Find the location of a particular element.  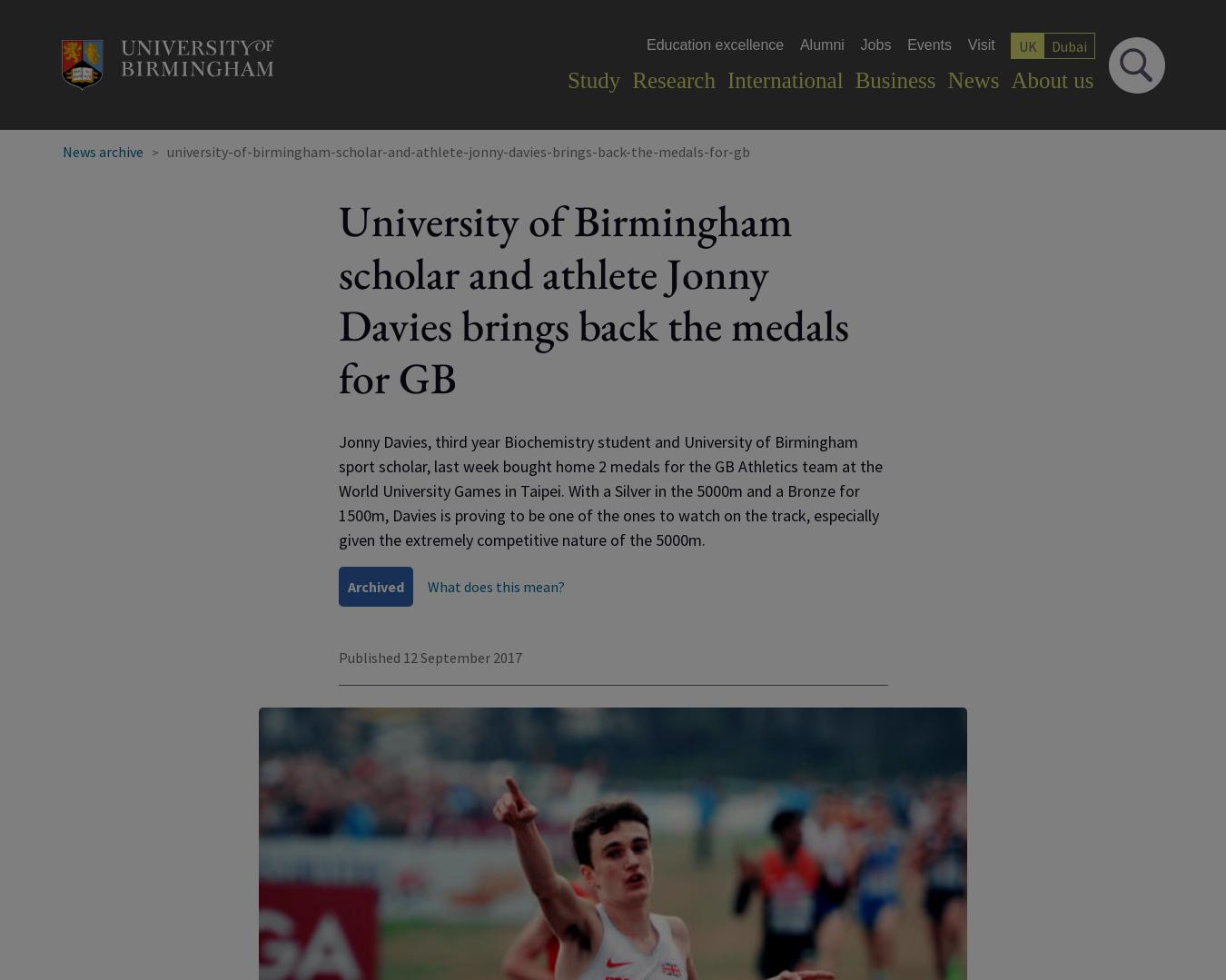

'Events' is located at coordinates (906, 44).